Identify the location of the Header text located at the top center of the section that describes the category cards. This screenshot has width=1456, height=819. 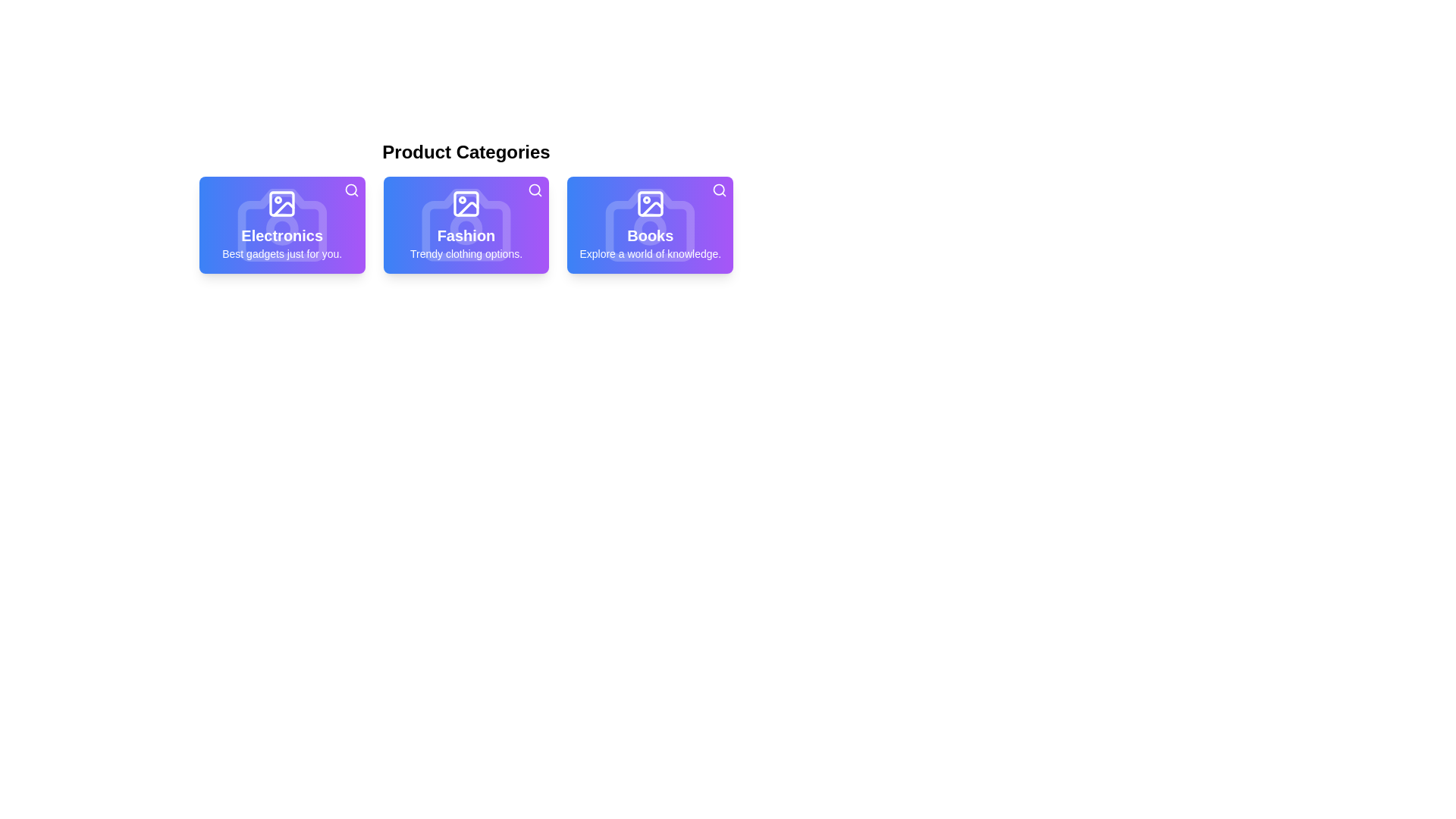
(465, 152).